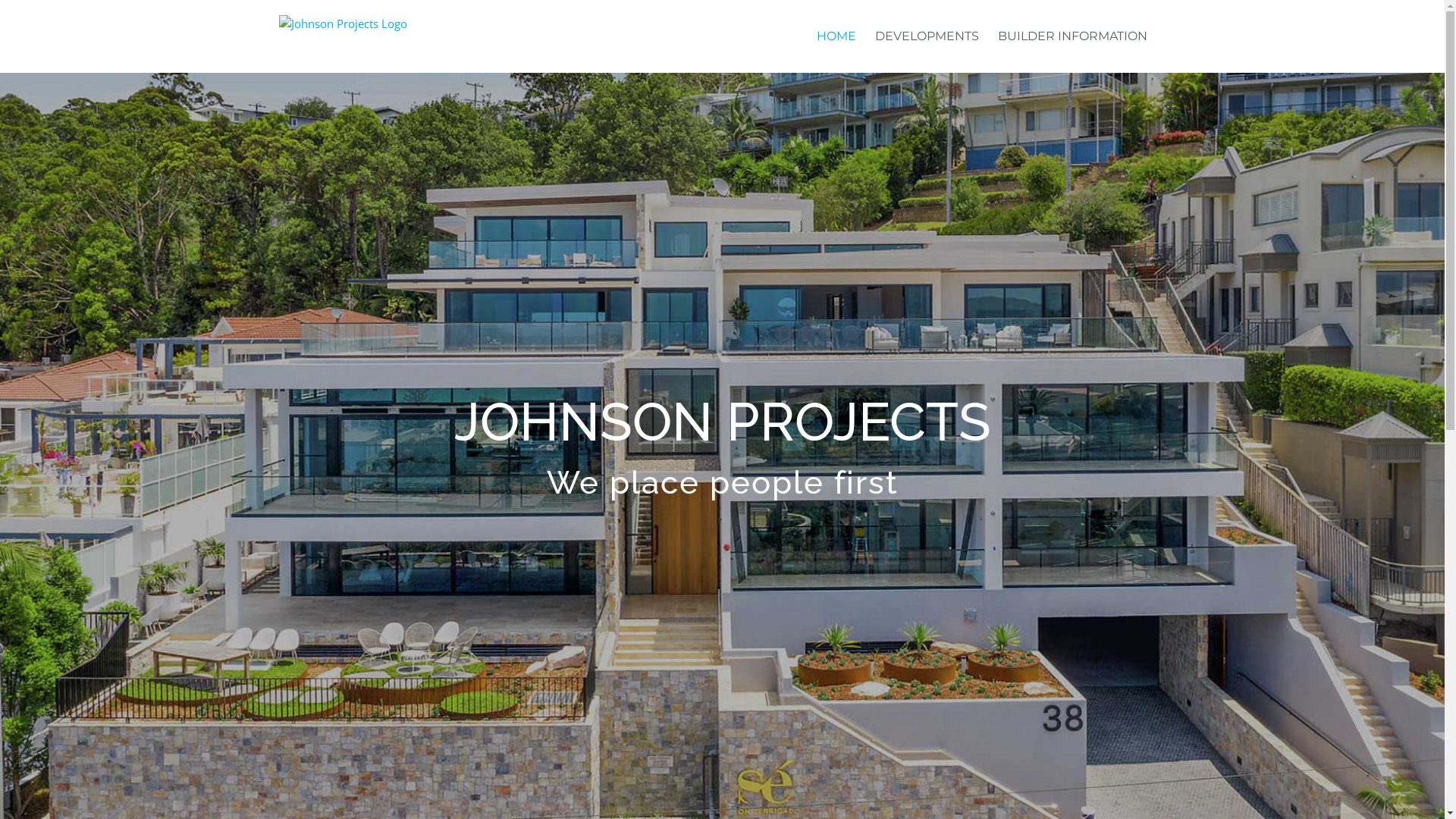 The height and width of the screenshot is (819, 1456). I want to click on 'HOME', so click(814, 35).